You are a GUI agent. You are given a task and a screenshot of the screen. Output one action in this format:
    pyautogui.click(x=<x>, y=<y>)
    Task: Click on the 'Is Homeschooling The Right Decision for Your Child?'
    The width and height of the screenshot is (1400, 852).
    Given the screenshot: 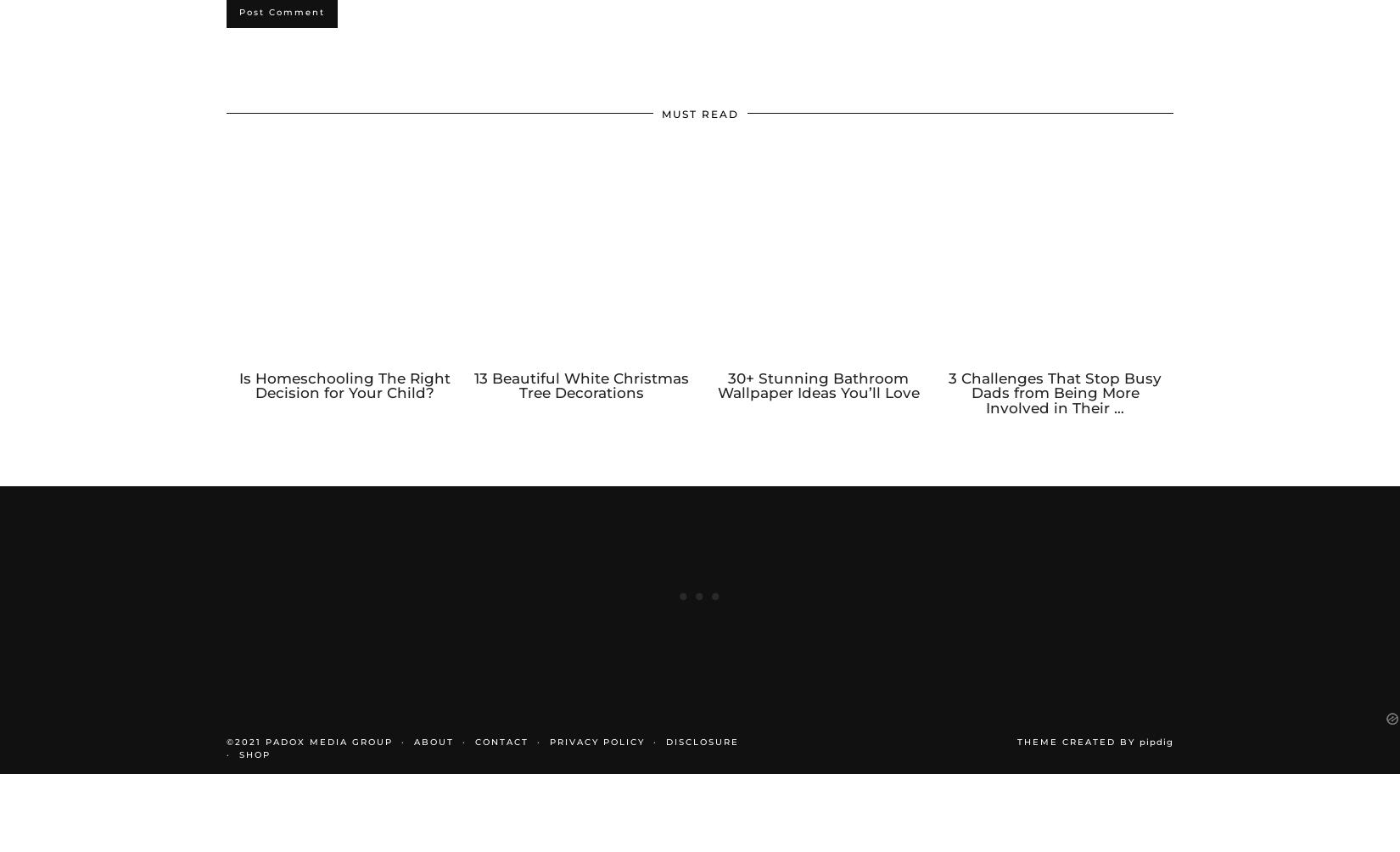 What is the action you would take?
    pyautogui.click(x=238, y=401)
    